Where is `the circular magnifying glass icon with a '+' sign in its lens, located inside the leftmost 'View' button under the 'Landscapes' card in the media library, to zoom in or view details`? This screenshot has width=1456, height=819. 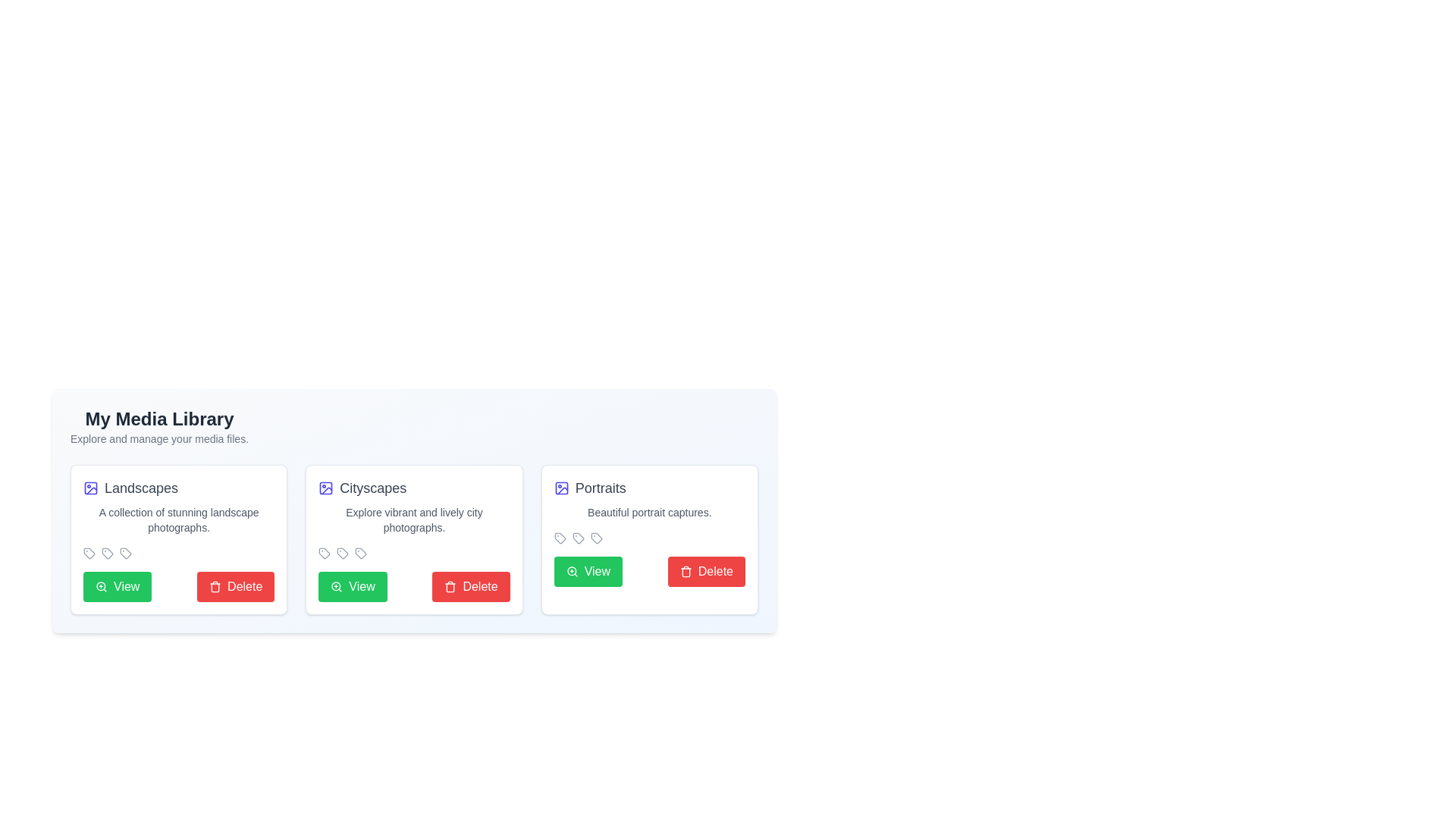
the circular magnifying glass icon with a '+' sign in its lens, located inside the leftmost 'View' button under the 'Landscapes' card in the media library, to zoom in or view details is located at coordinates (101, 586).